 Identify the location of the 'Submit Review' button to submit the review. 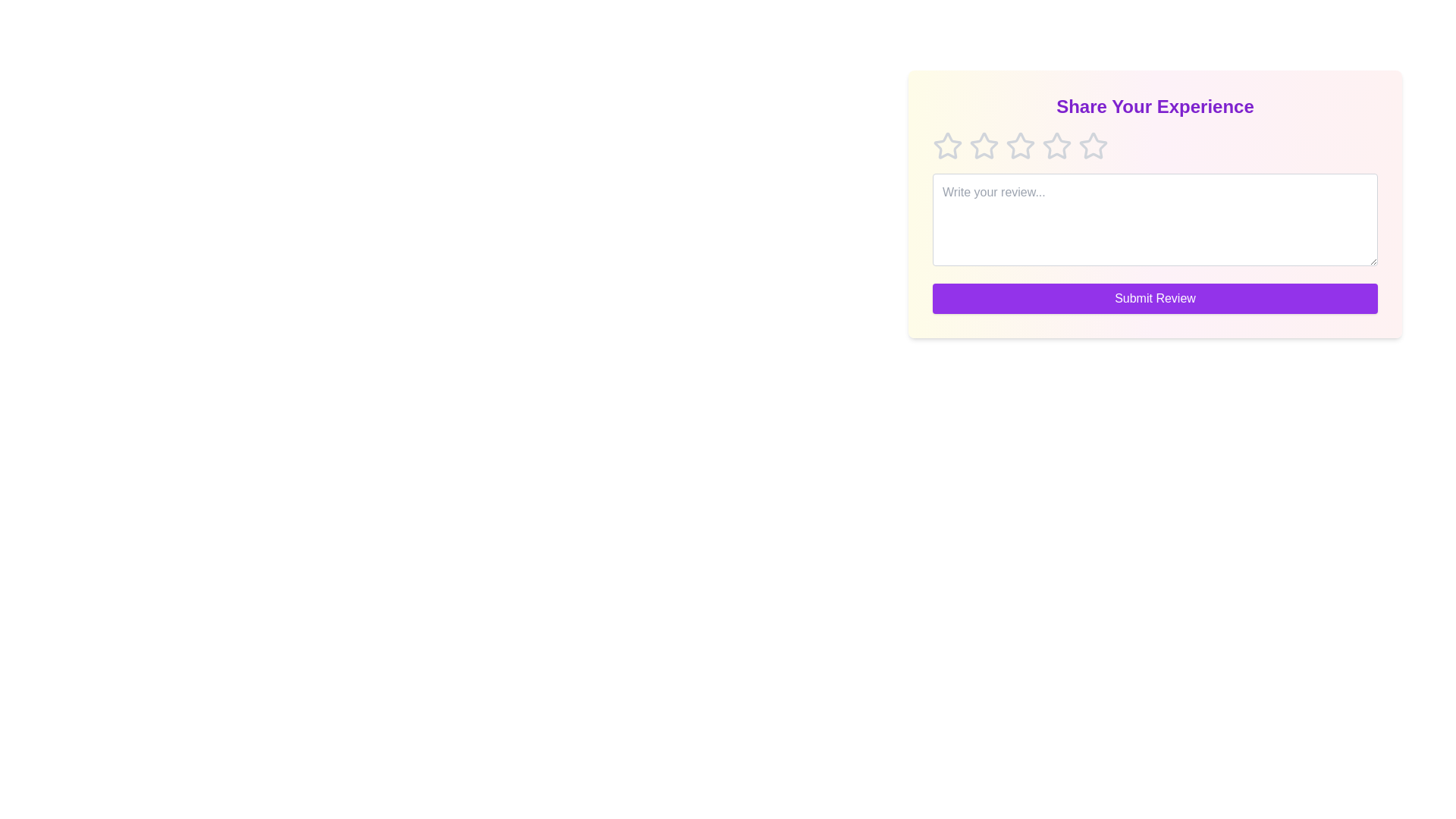
(1154, 298).